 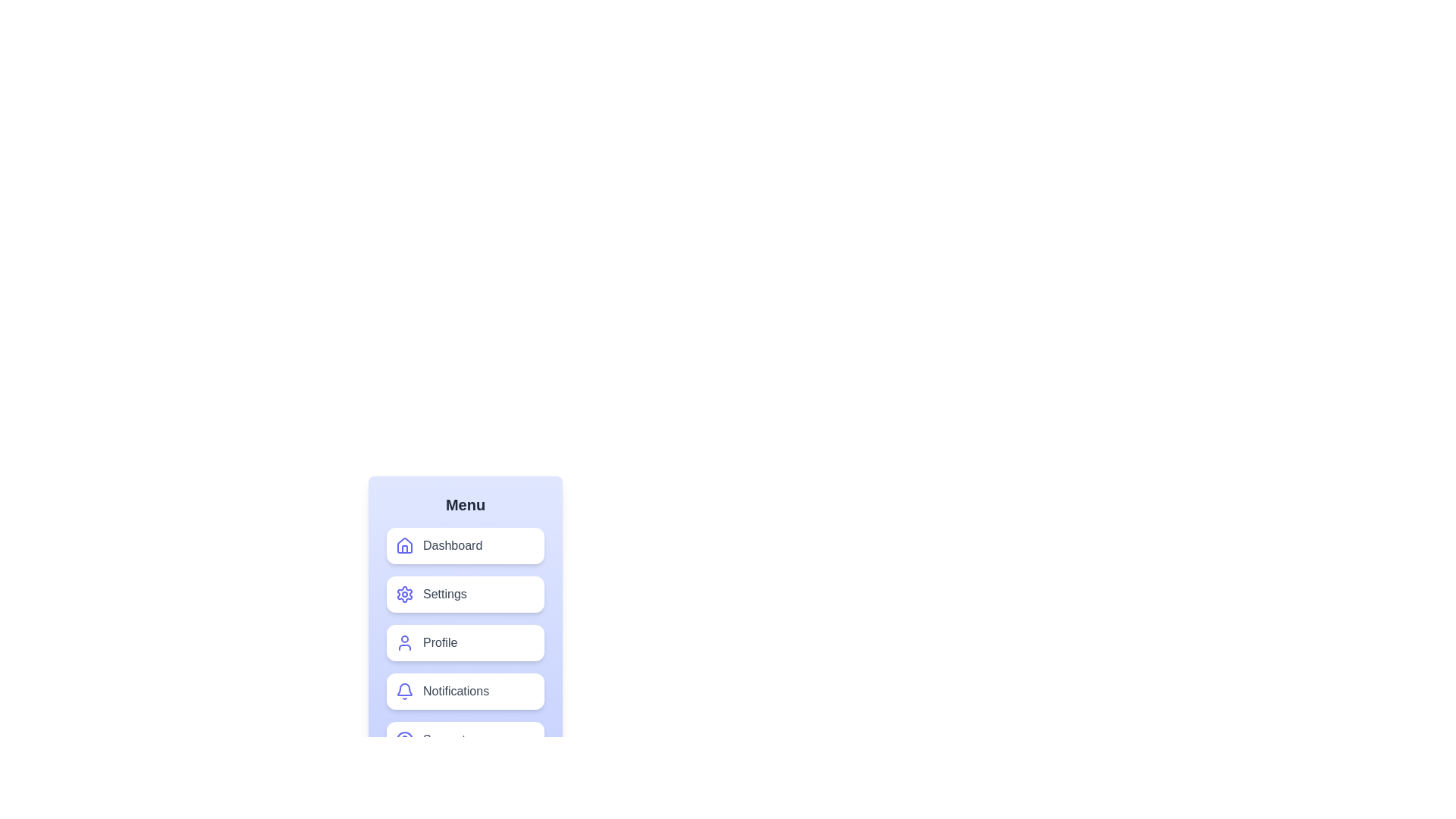 What do you see at coordinates (465, 546) in the screenshot?
I see `the 'Dashboard' button which is the first button in the vertical menu structure, located below the 'Menu' title and above other buttons` at bounding box center [465, 546].